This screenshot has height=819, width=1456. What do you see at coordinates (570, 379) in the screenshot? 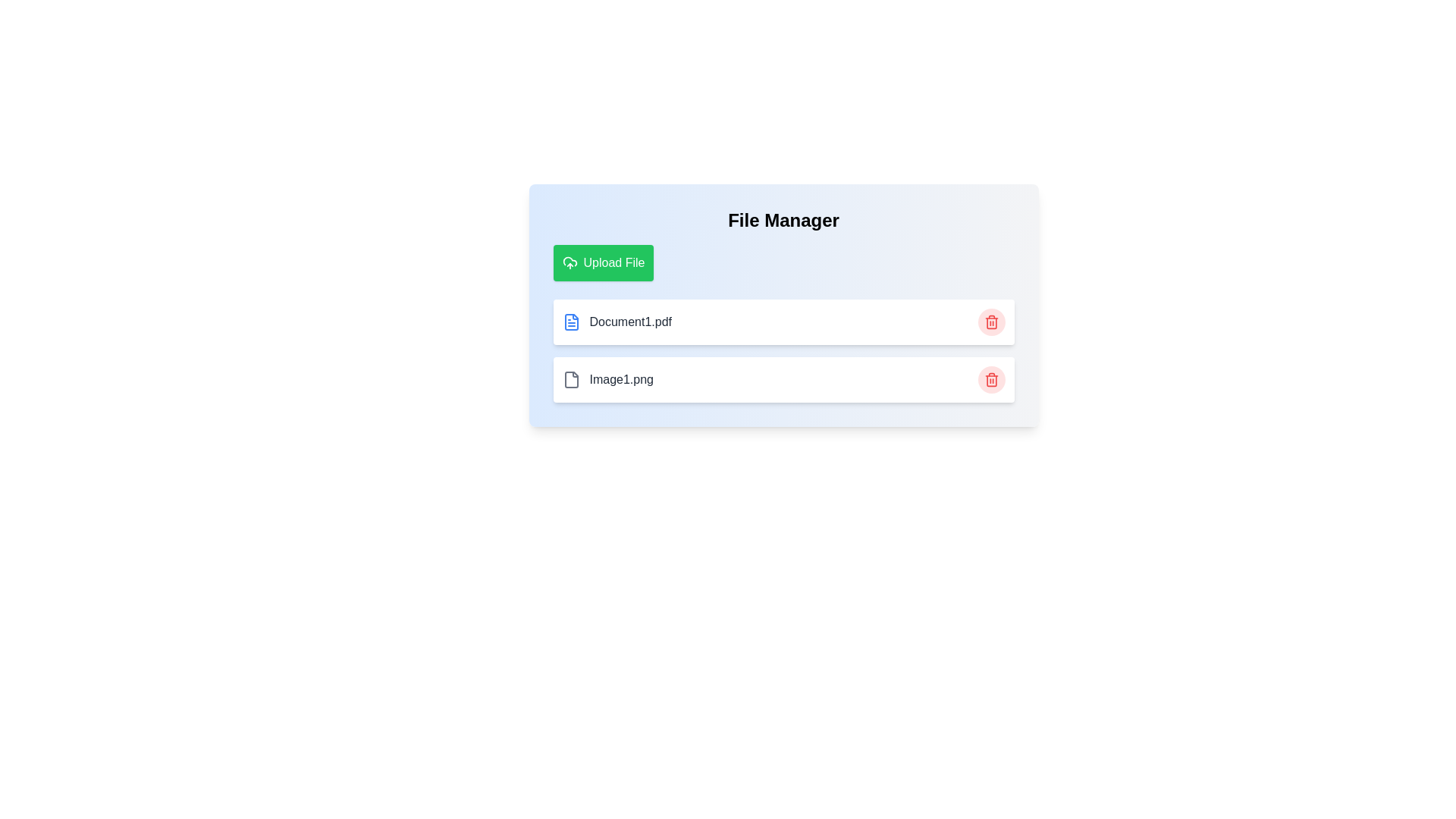
I see `file icon representing 'Image1.png' in the file manager interface for debugging purposes` at bounding box center [570, 379].